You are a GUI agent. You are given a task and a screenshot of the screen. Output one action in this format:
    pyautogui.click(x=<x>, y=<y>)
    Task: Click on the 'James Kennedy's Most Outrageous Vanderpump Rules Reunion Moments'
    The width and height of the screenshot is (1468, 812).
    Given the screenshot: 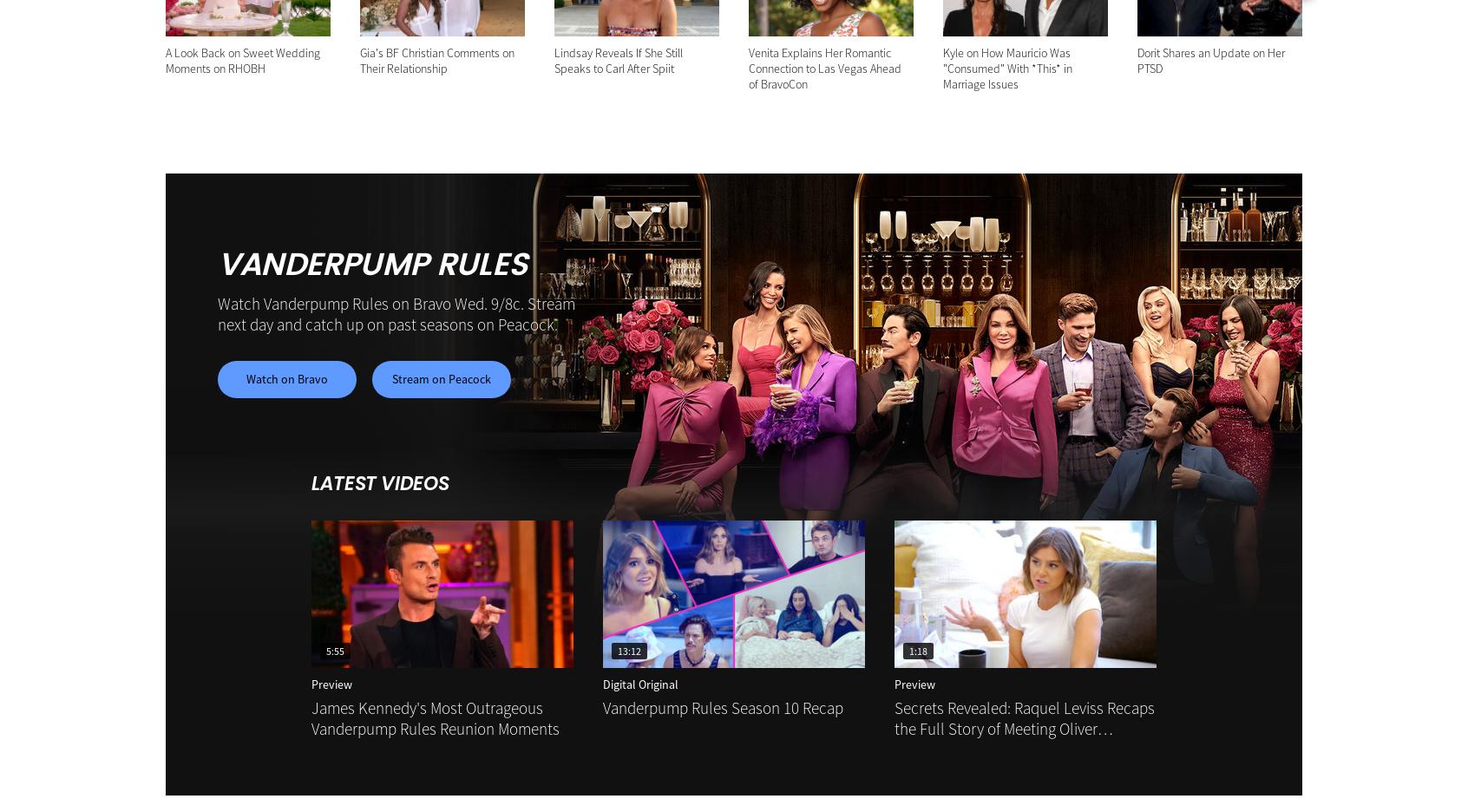 What is the action you would take?
    pyautogui.click(x=436, y=717)
    